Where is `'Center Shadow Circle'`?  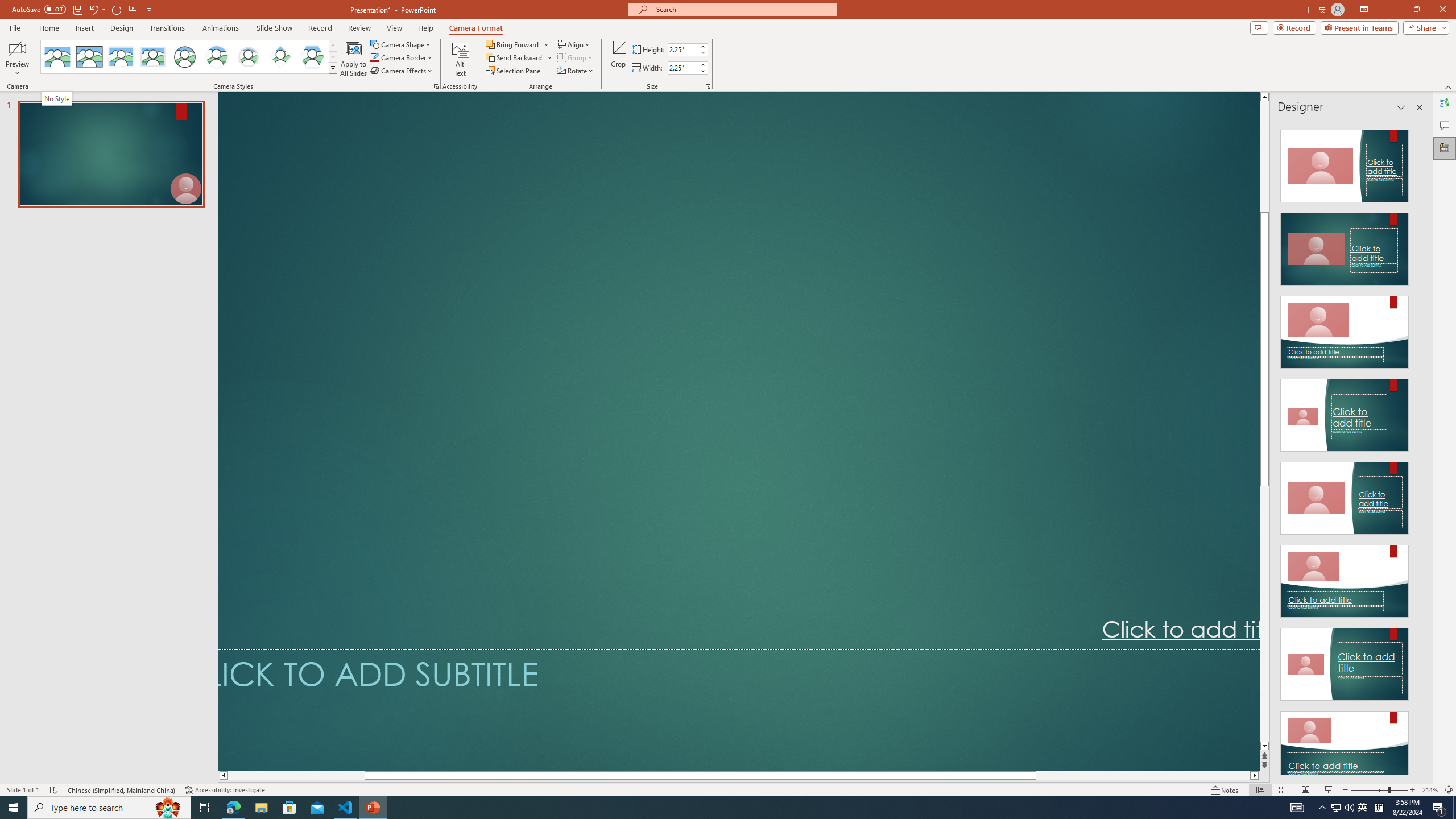 'Center Shadow Circle' is located at coordinates (216, 56).